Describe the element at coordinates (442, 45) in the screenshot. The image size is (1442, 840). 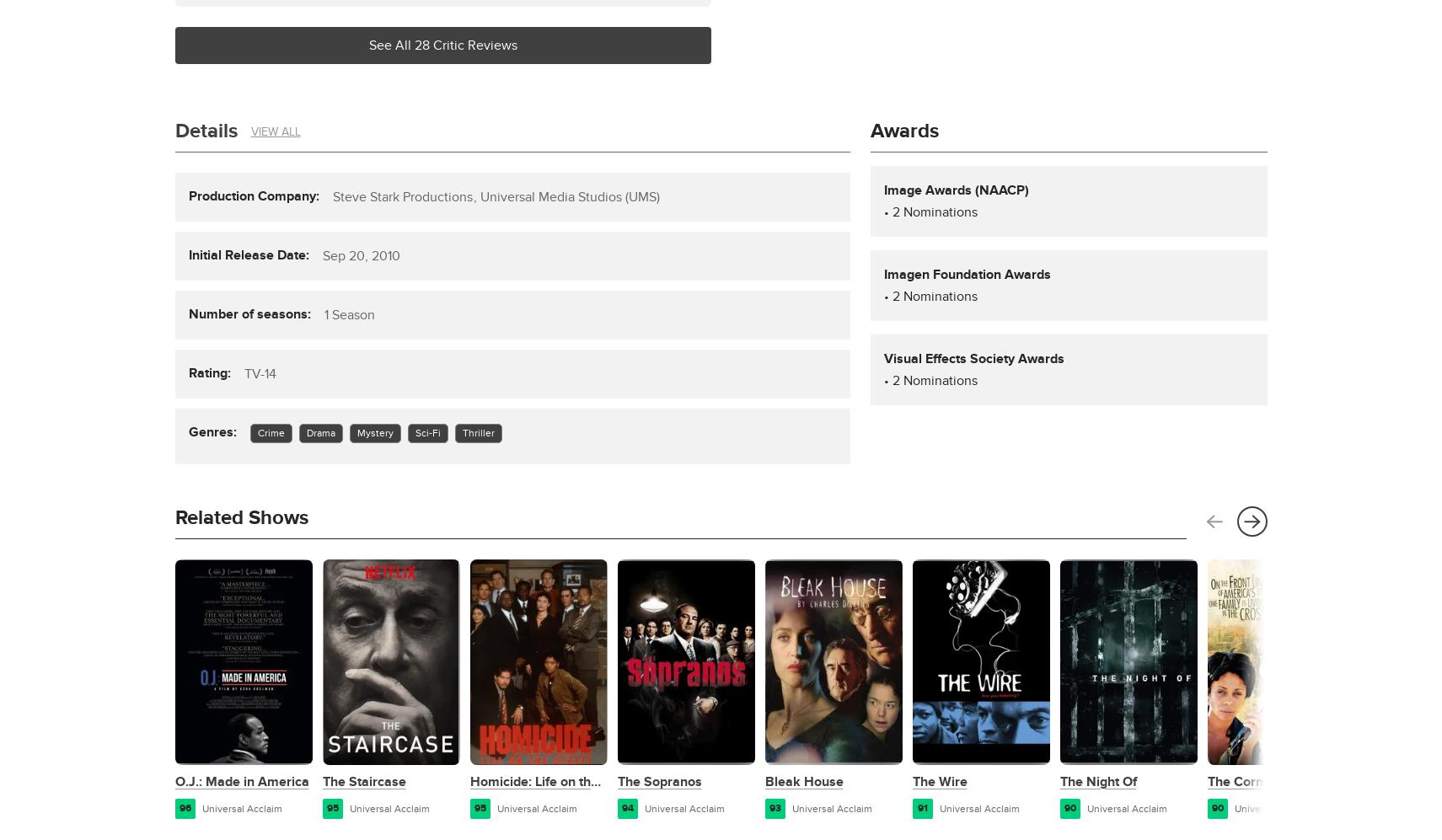
I see `'See All 28 Critic Reviews'` at that location.